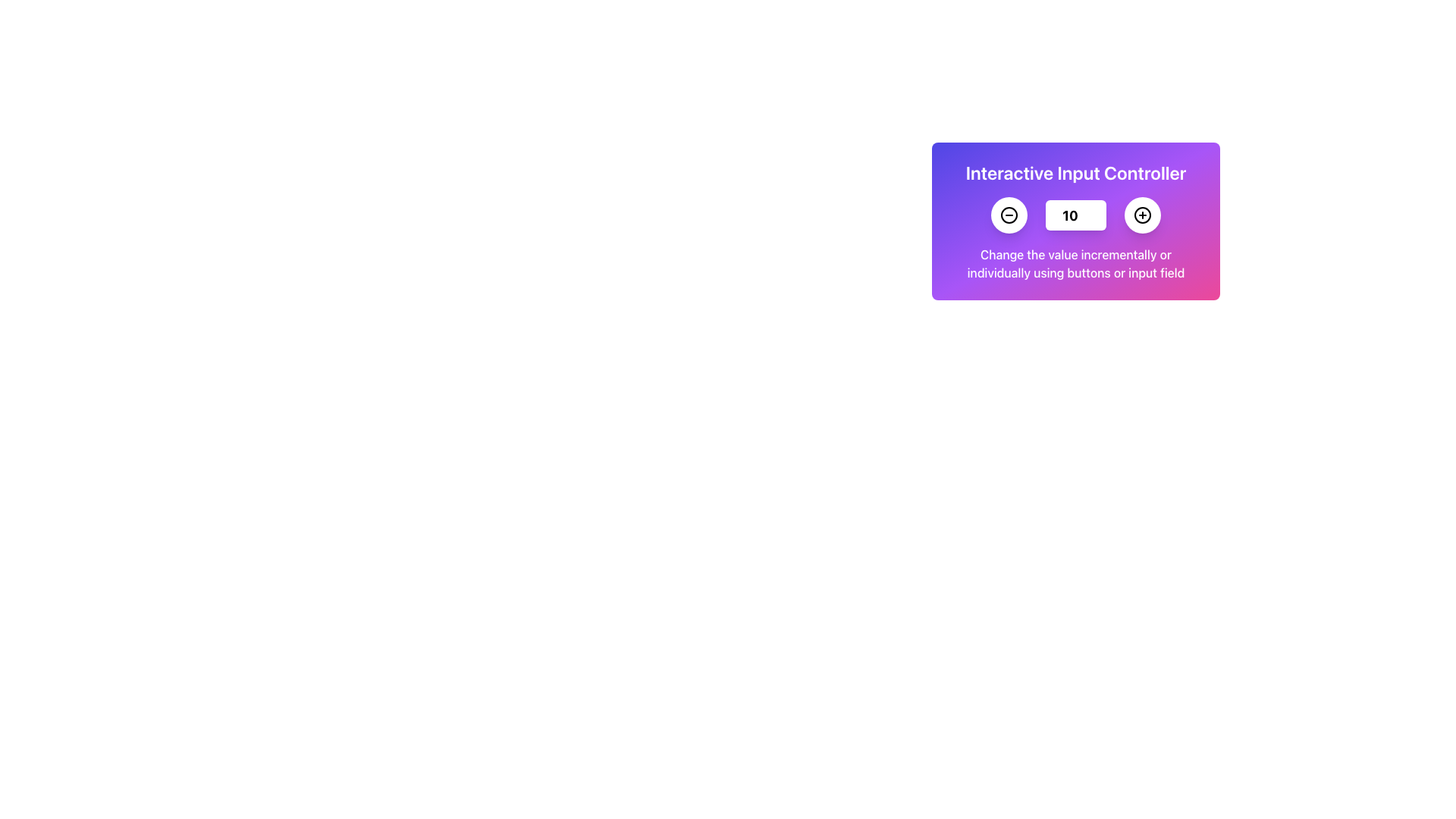 The image size is (1456, 819). I want to click on the circular decrement button with a white background and black outline, featuring a black horizontal line at its center, to decrease the value, so click(1009, 215).